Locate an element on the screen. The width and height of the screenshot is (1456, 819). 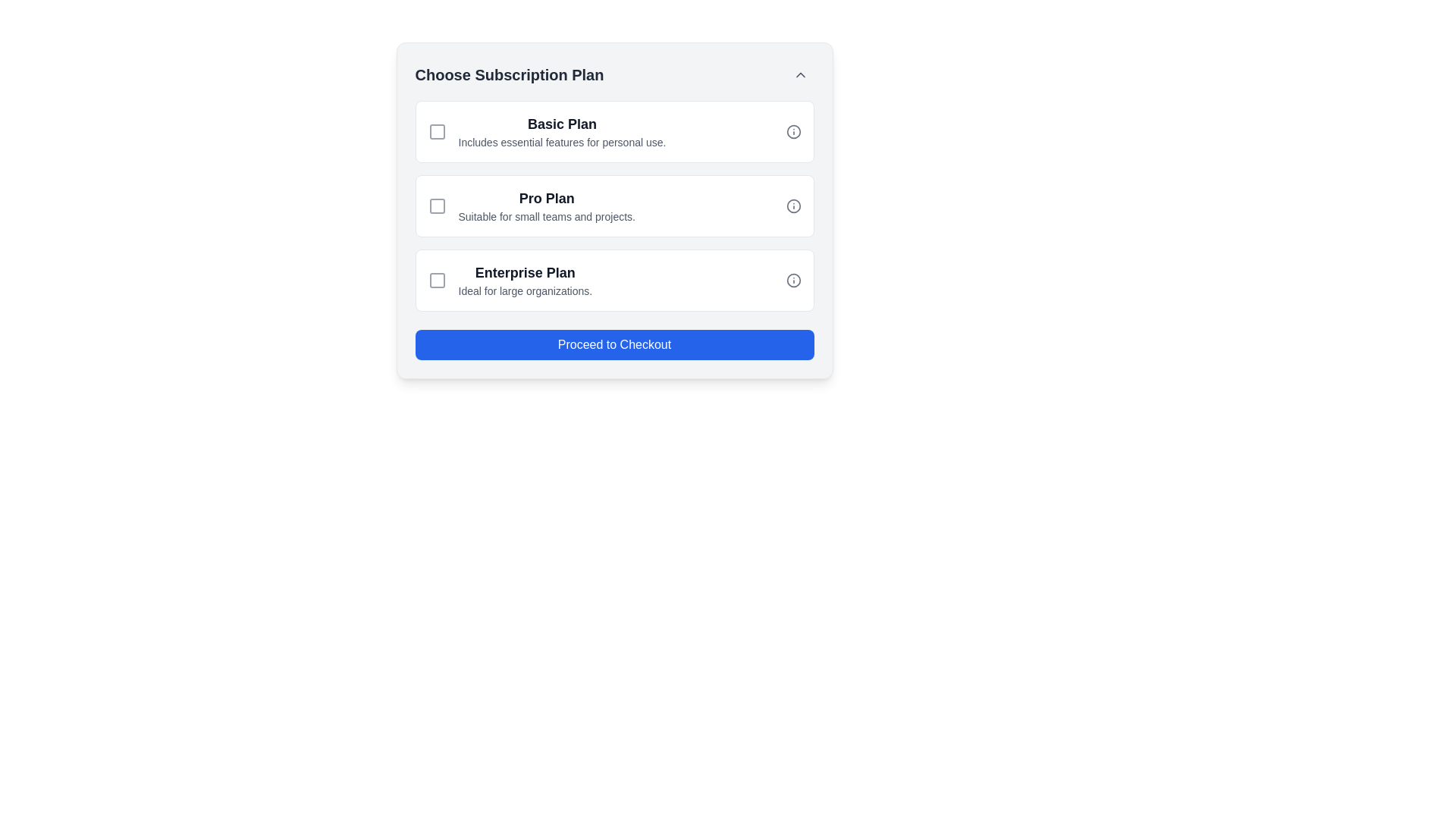
the primary checkout button located at the bottom of the subscription selection panel is located at coordinates (614, 345).